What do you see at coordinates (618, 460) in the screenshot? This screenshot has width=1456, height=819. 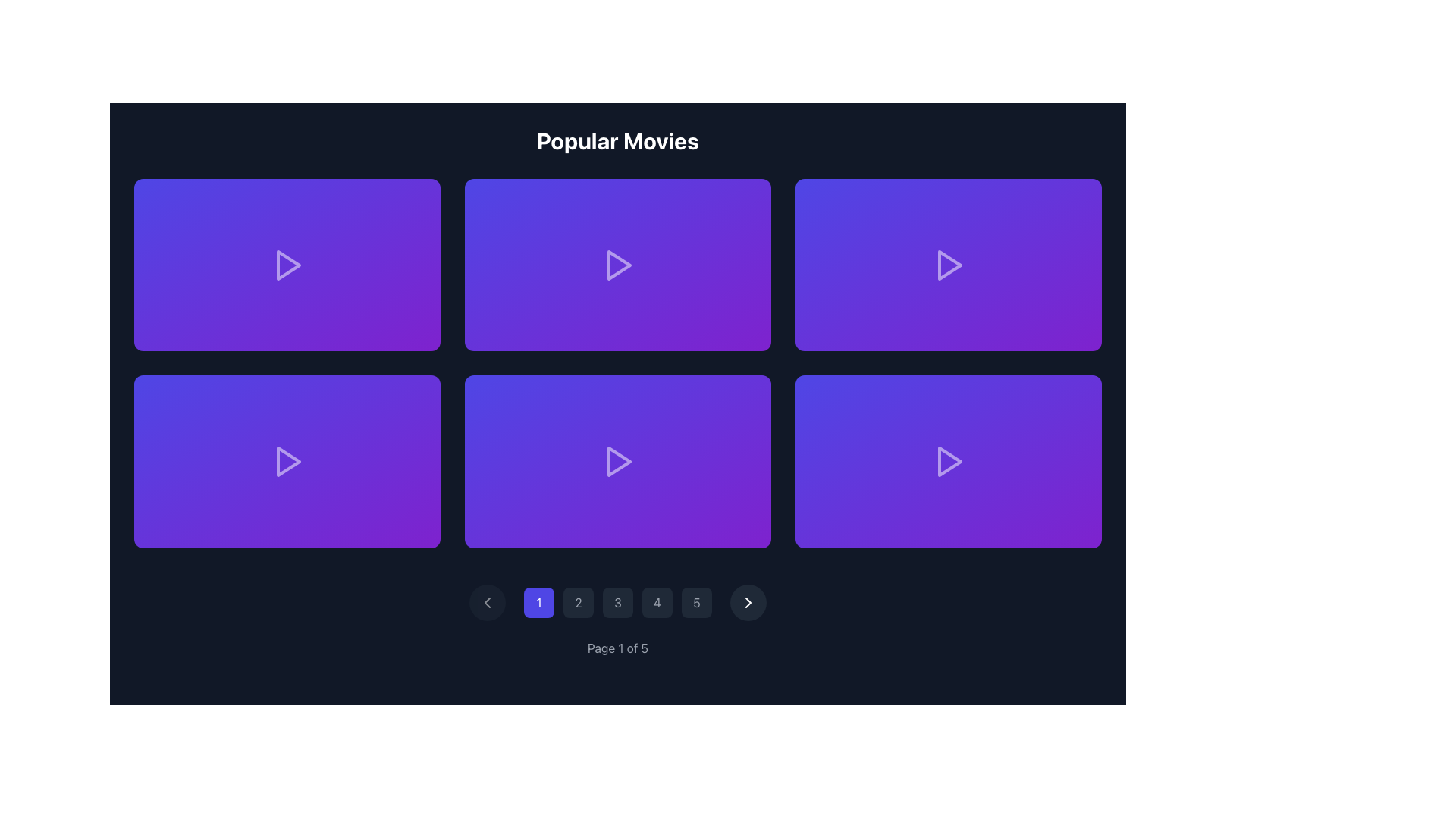 I see `the triangular play icon button located at the center of the bottom row in a 2 by 3 grid layout, styled with a gradient purple background and soft white coloring, to emphasize it visually` at bounding box center [618, 460].